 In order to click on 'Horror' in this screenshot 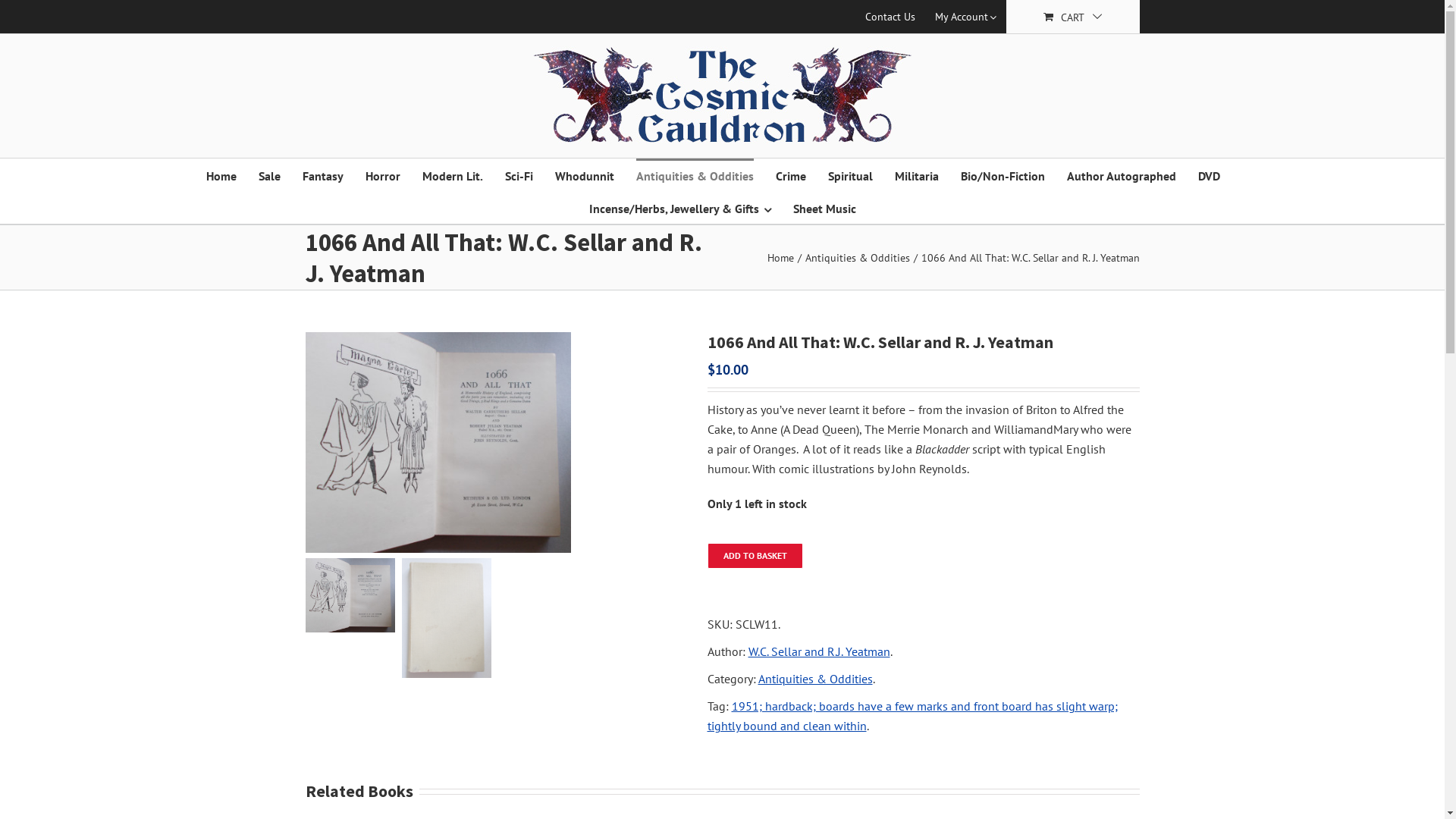, I will do `click(365, 174)`.